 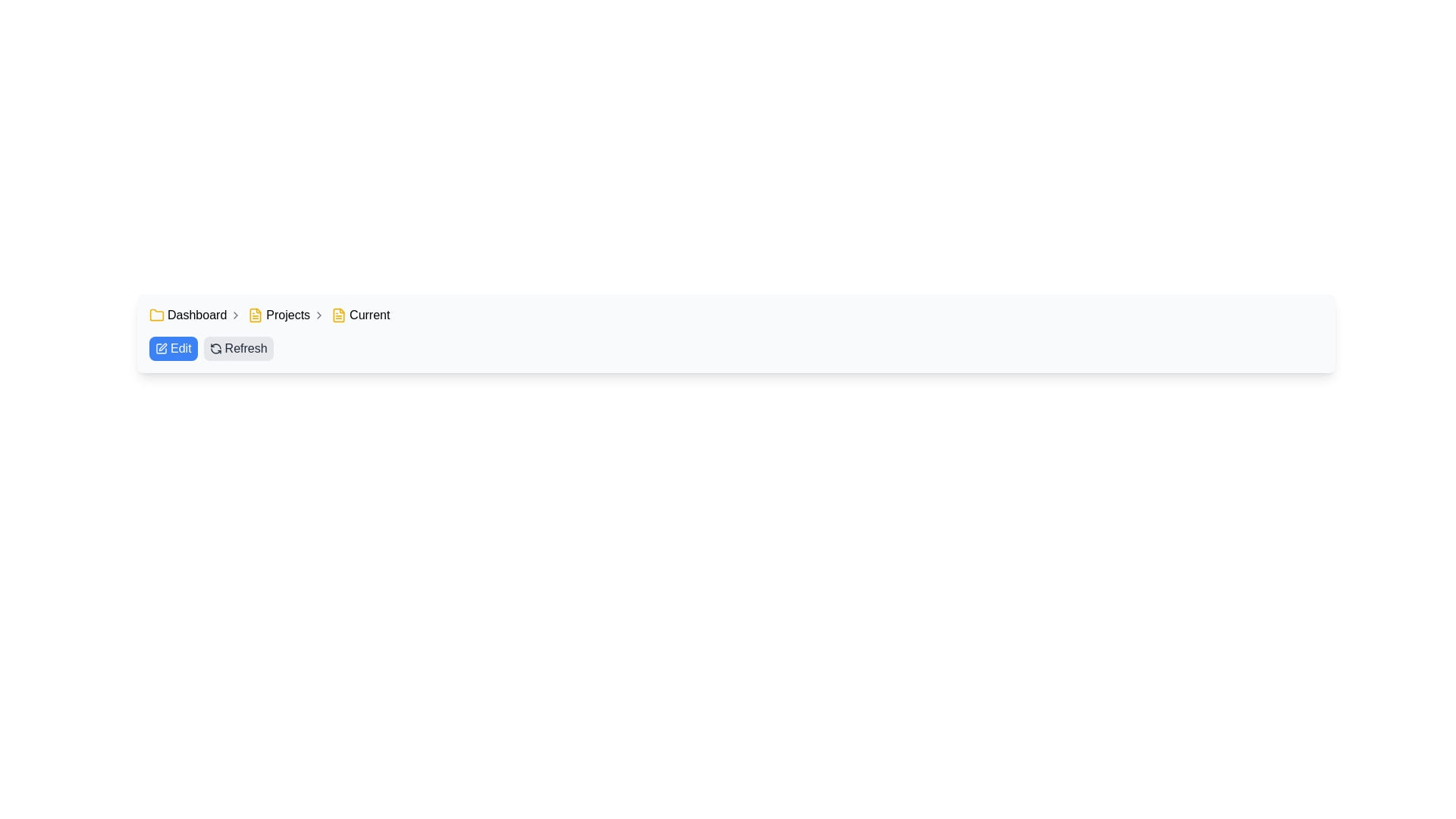 I want to click on the third breadcrumb item in the navigation bar, which indicates the current section within the application's hierarchy, so click(x=359, y=315).